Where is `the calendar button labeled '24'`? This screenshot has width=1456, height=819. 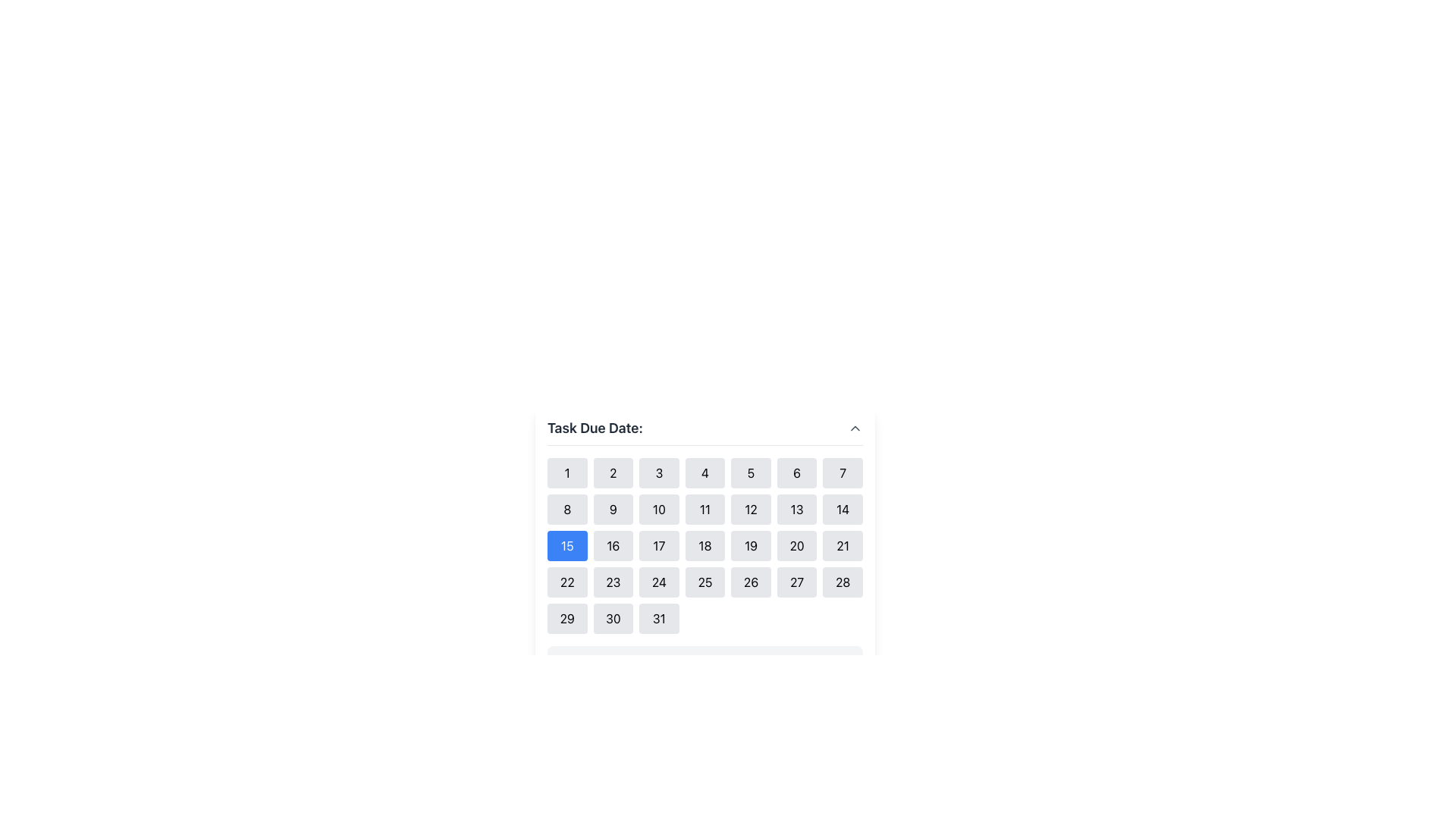
the calendar button labeled '24' is located at coordinates (659, 581).